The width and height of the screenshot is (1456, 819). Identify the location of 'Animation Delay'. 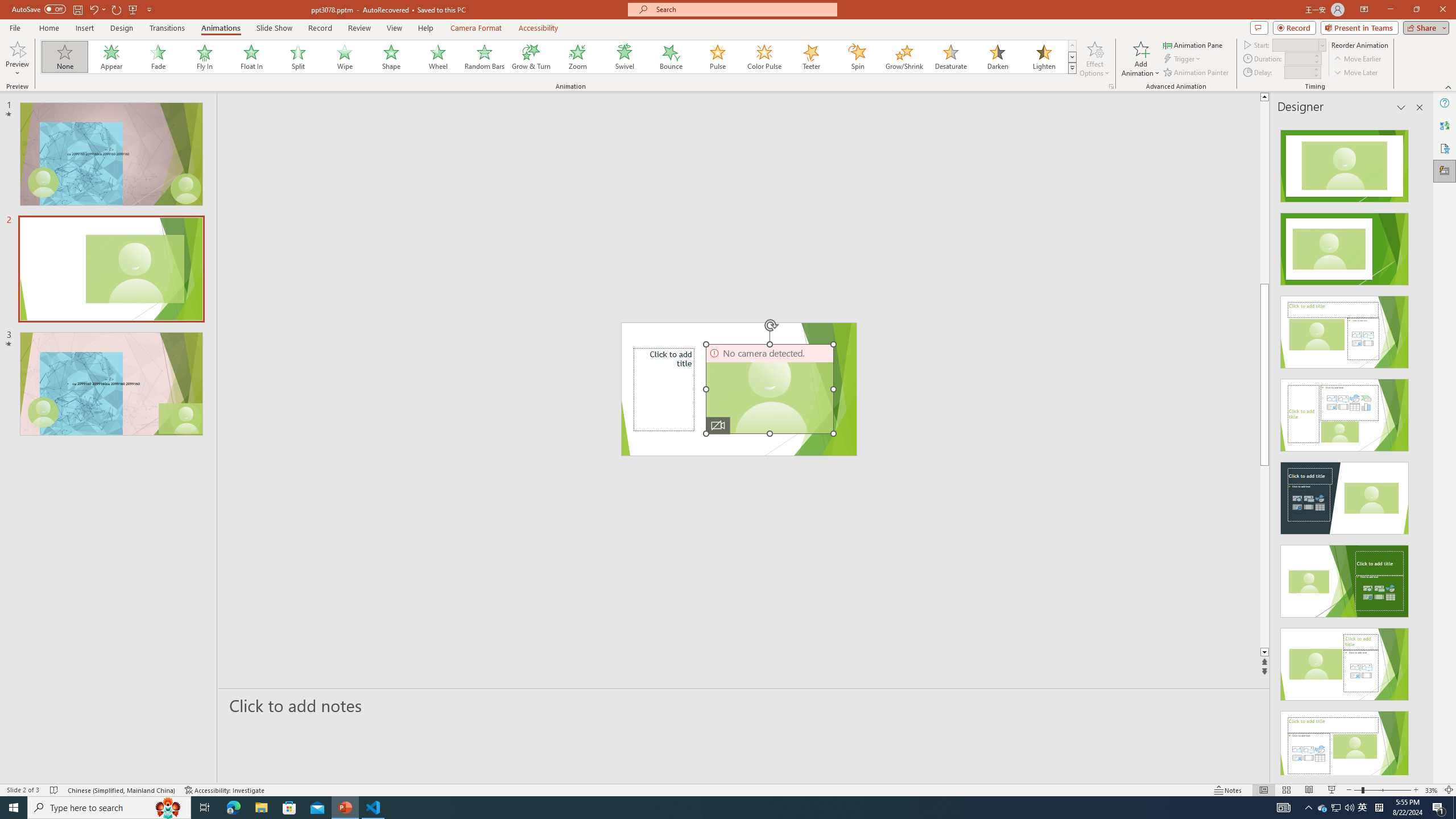
(1296, 72).